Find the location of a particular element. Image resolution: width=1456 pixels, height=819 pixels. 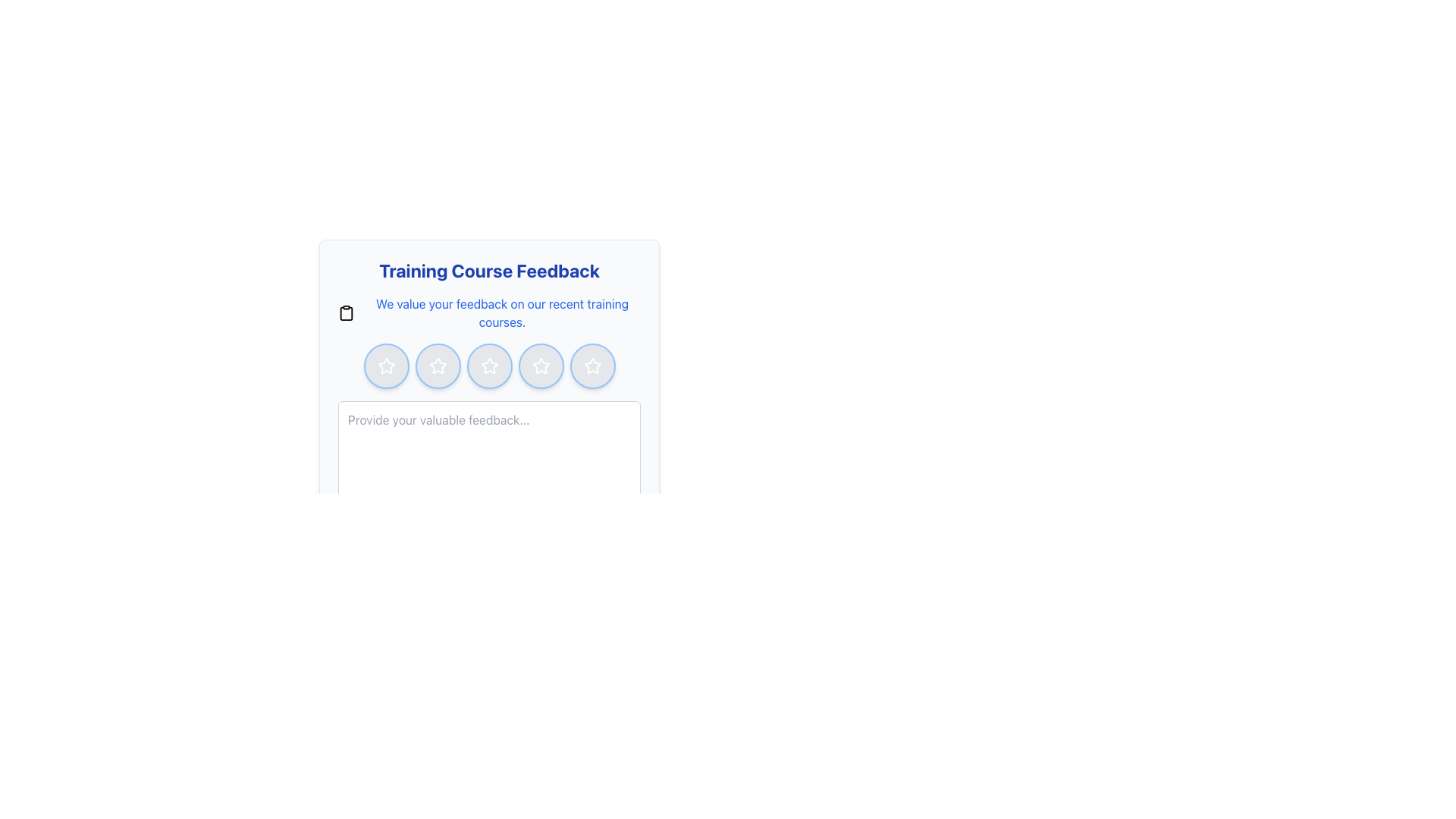

the icon located to the left of the text 'We value your feedback on our recent training courses.' is located at coordinates (345, 312).